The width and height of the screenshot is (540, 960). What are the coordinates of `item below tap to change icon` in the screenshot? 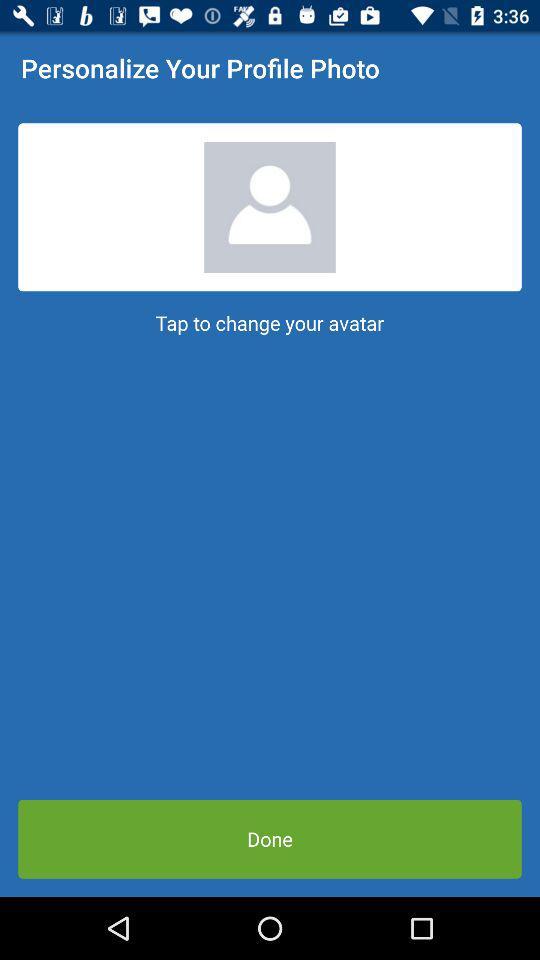 It's located at (270, 839).